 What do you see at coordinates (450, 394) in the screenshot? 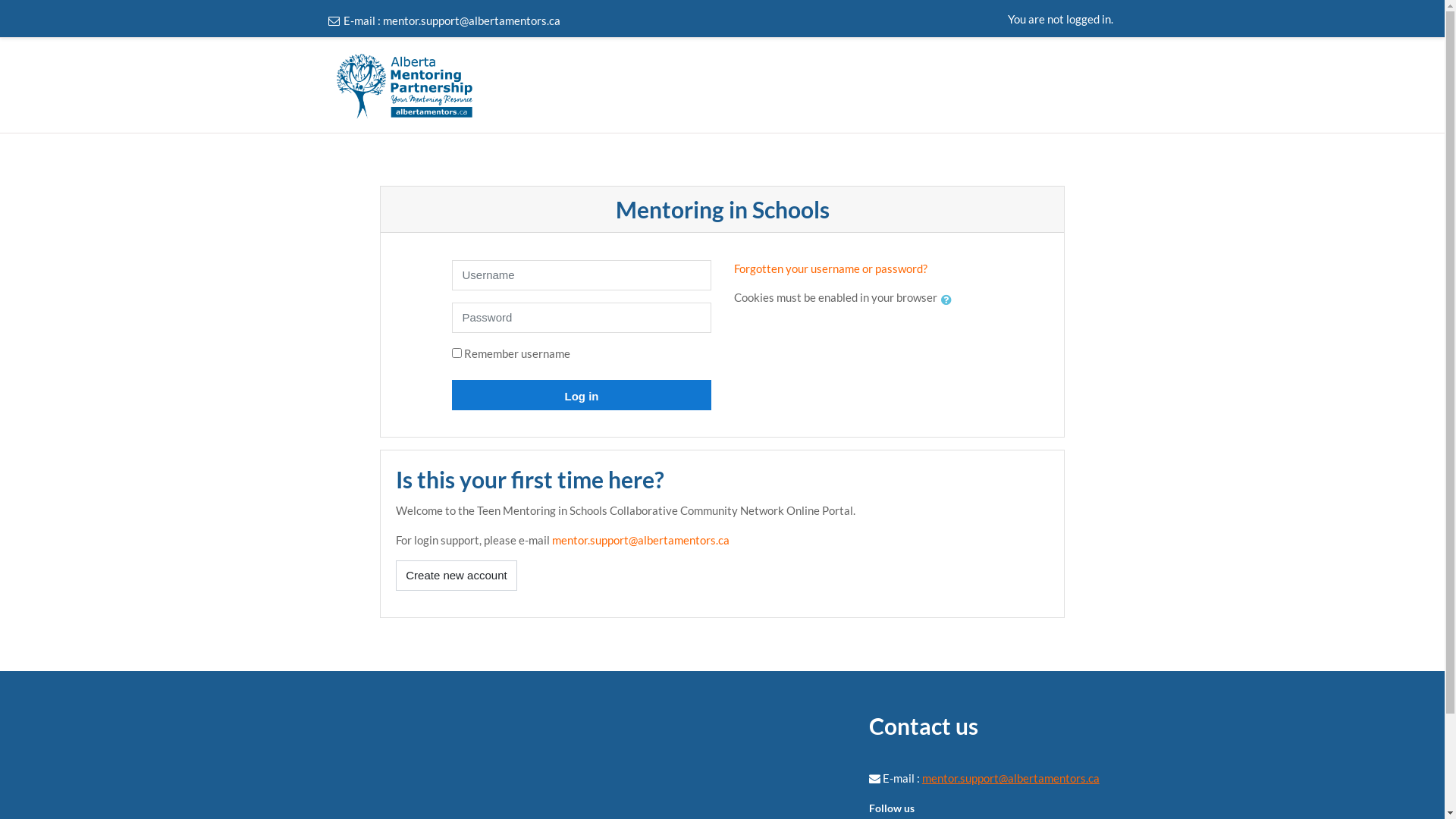
I see `'Log in'` at bounding box center [450, 394].